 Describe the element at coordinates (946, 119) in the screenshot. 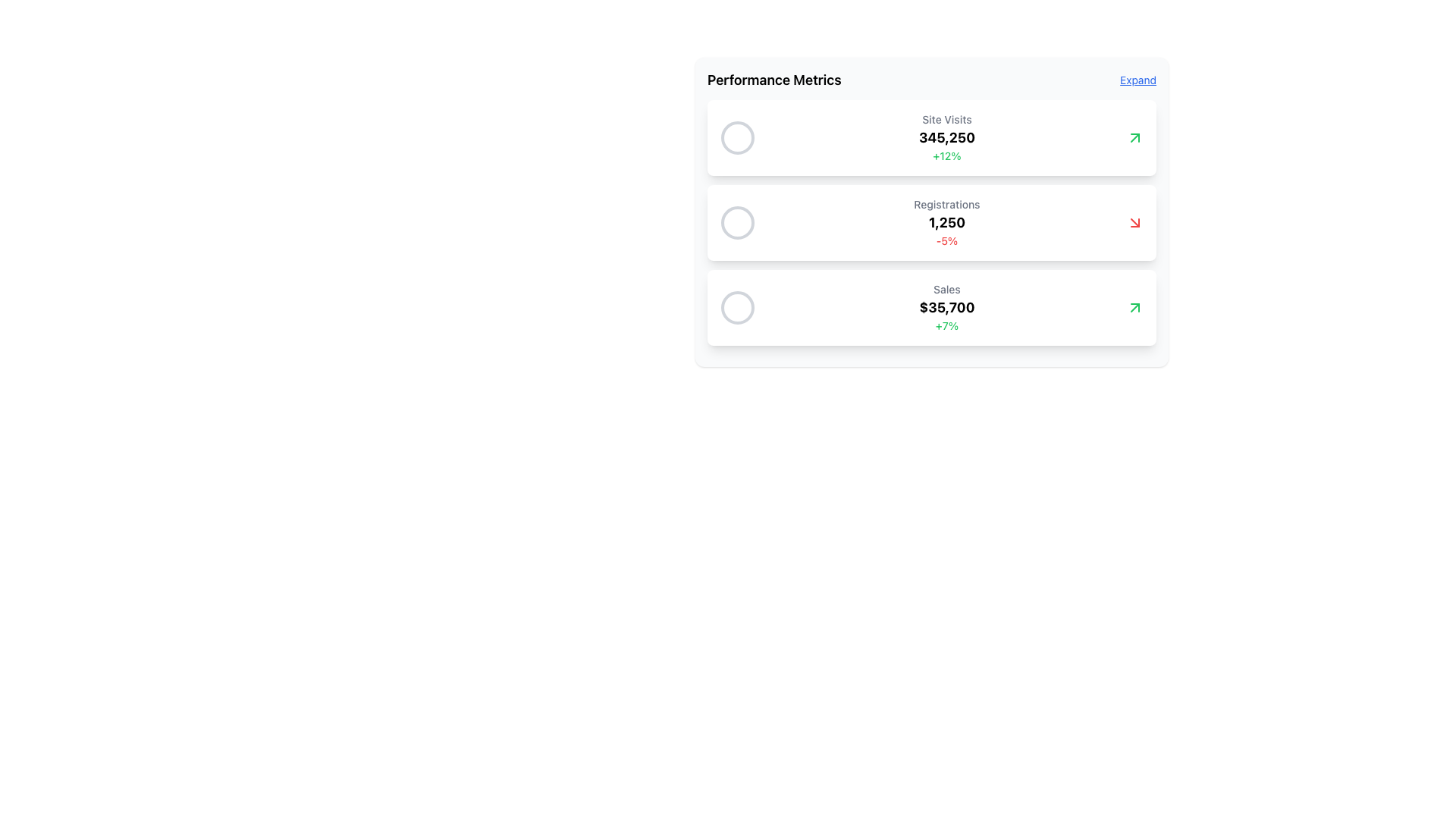

I see `the Text Label that describes the key performance indicator related to site visit metrics, located at the top of the performance metrics card` at that location.